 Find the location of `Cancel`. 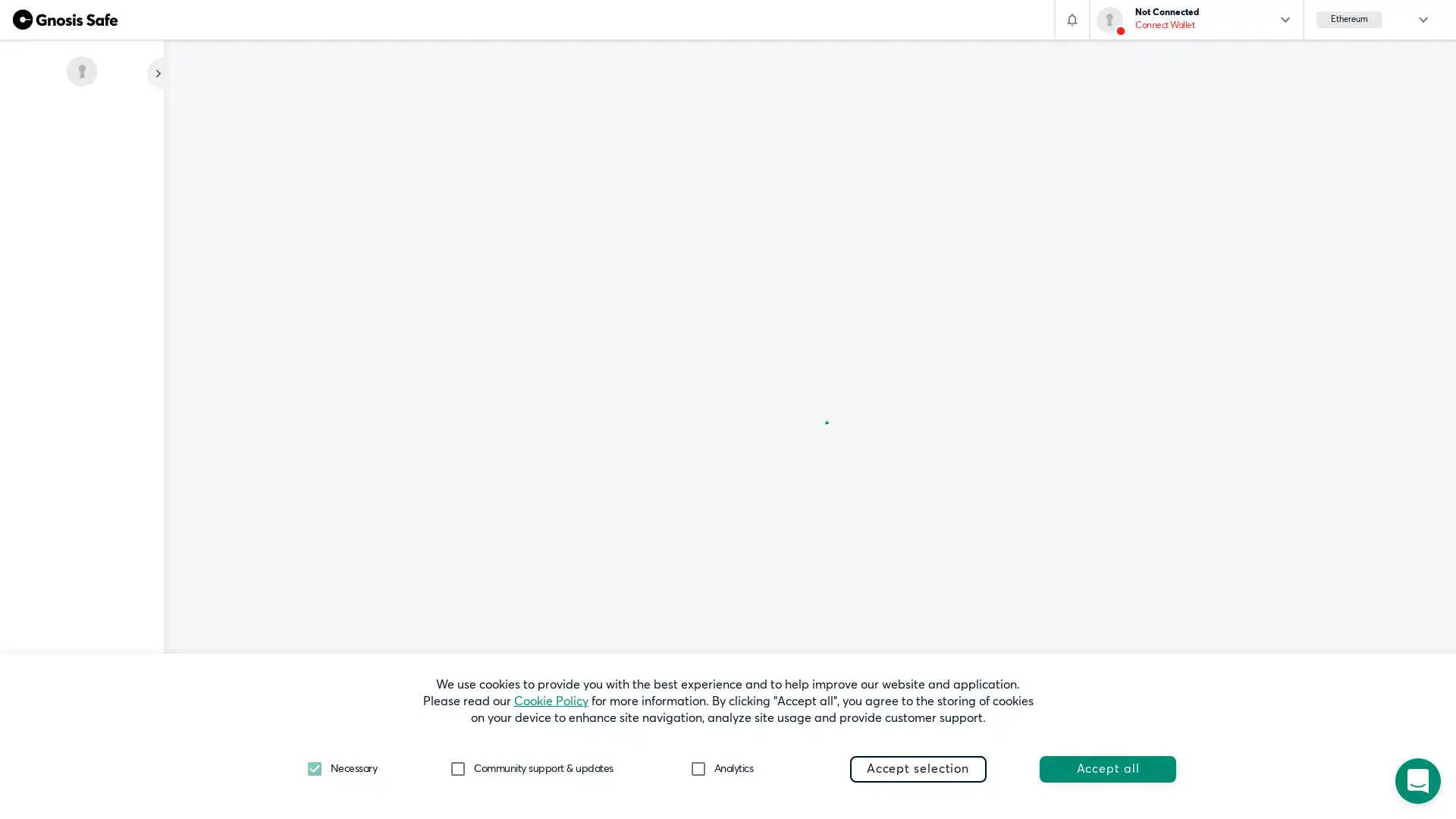

Cancel is located at coordinates (476, 277).